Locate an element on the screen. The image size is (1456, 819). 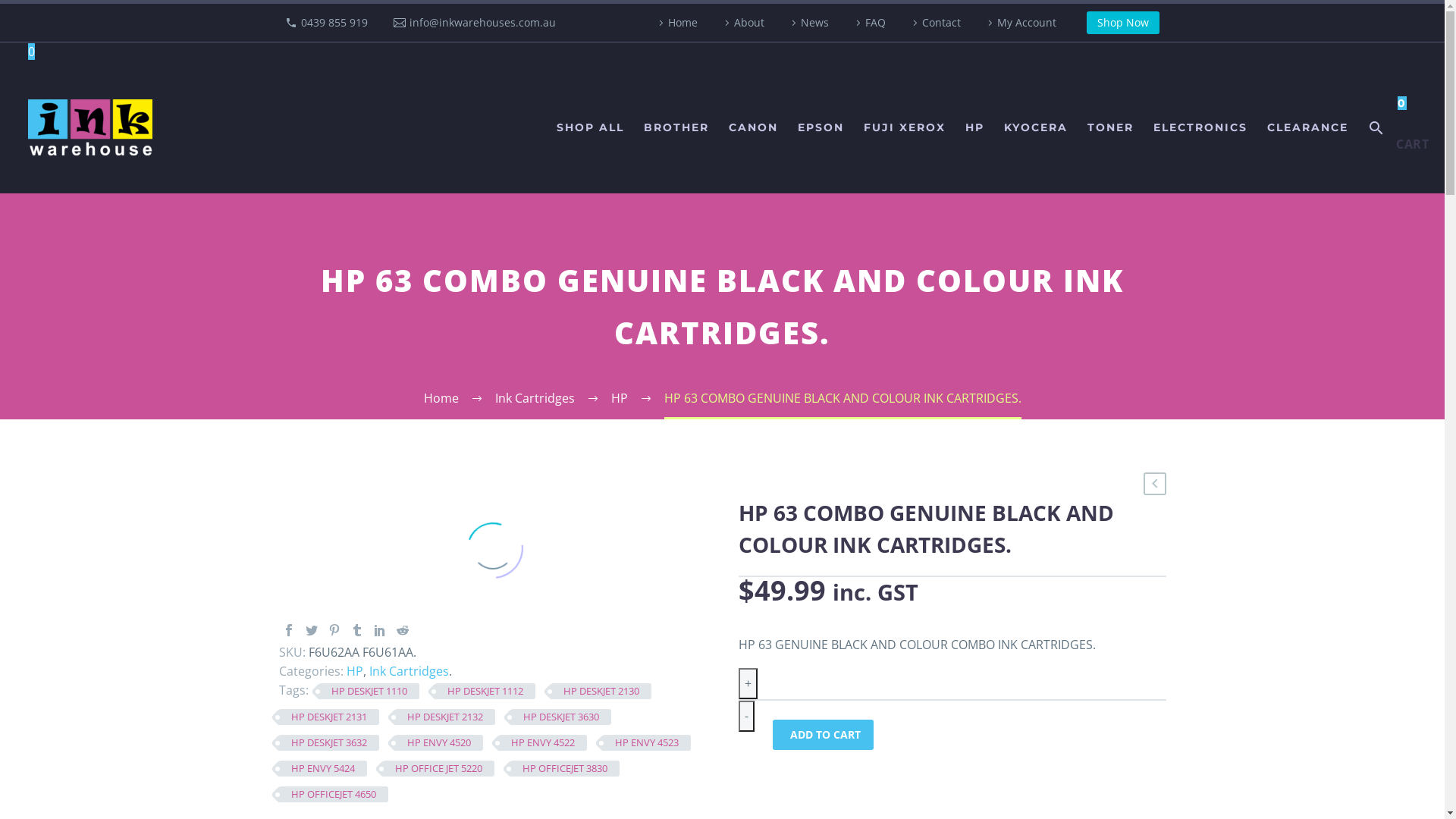
'HP DESKJET 2132' is located at coordinates (443, 717).